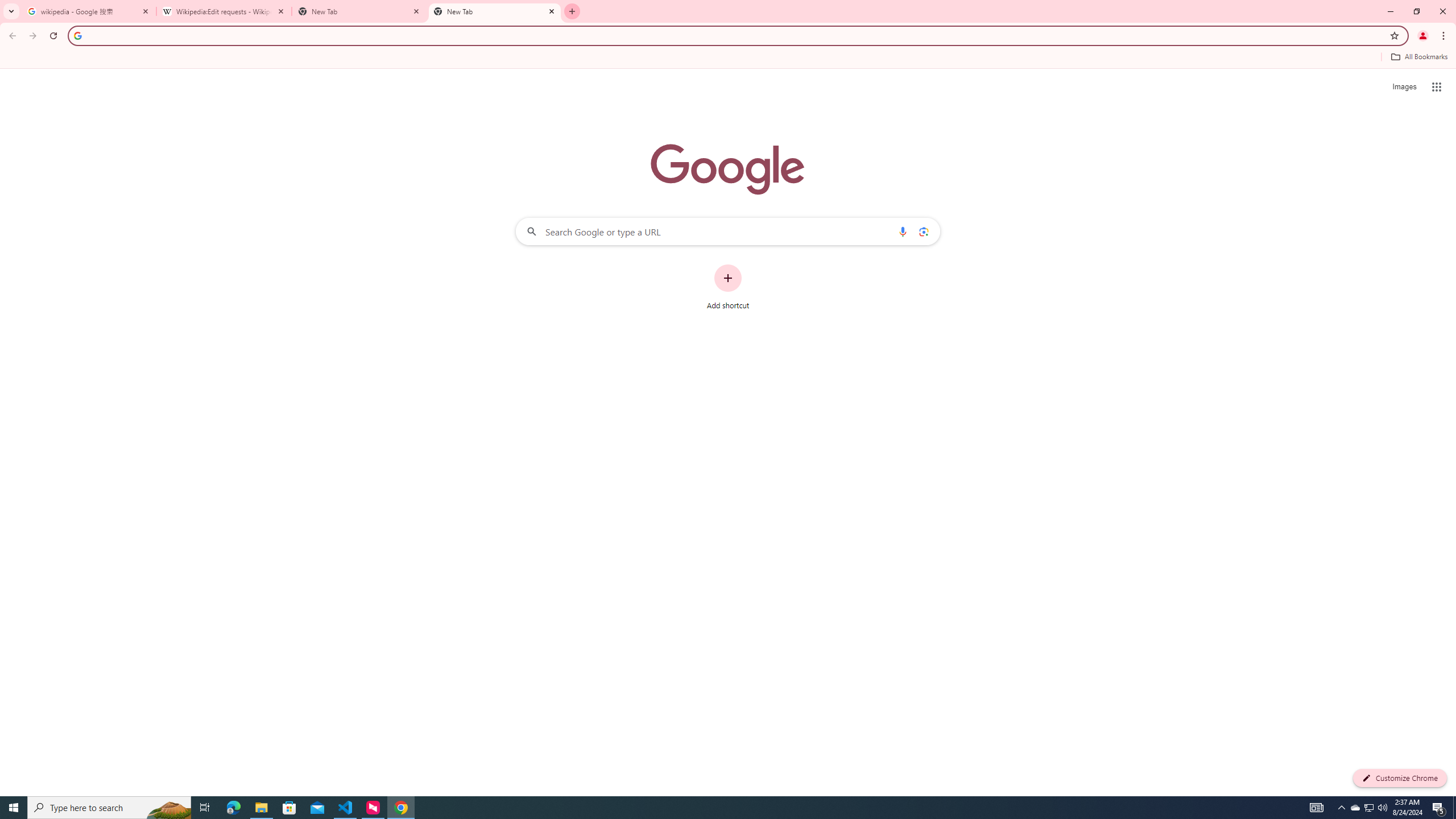 Image resolution: width=1456 pixels, height=819 pixels. What do you see at coordinates (1400, 777) in the screenshot?
I see `'Customize Chrome'` at bounding box center [1400, 777].